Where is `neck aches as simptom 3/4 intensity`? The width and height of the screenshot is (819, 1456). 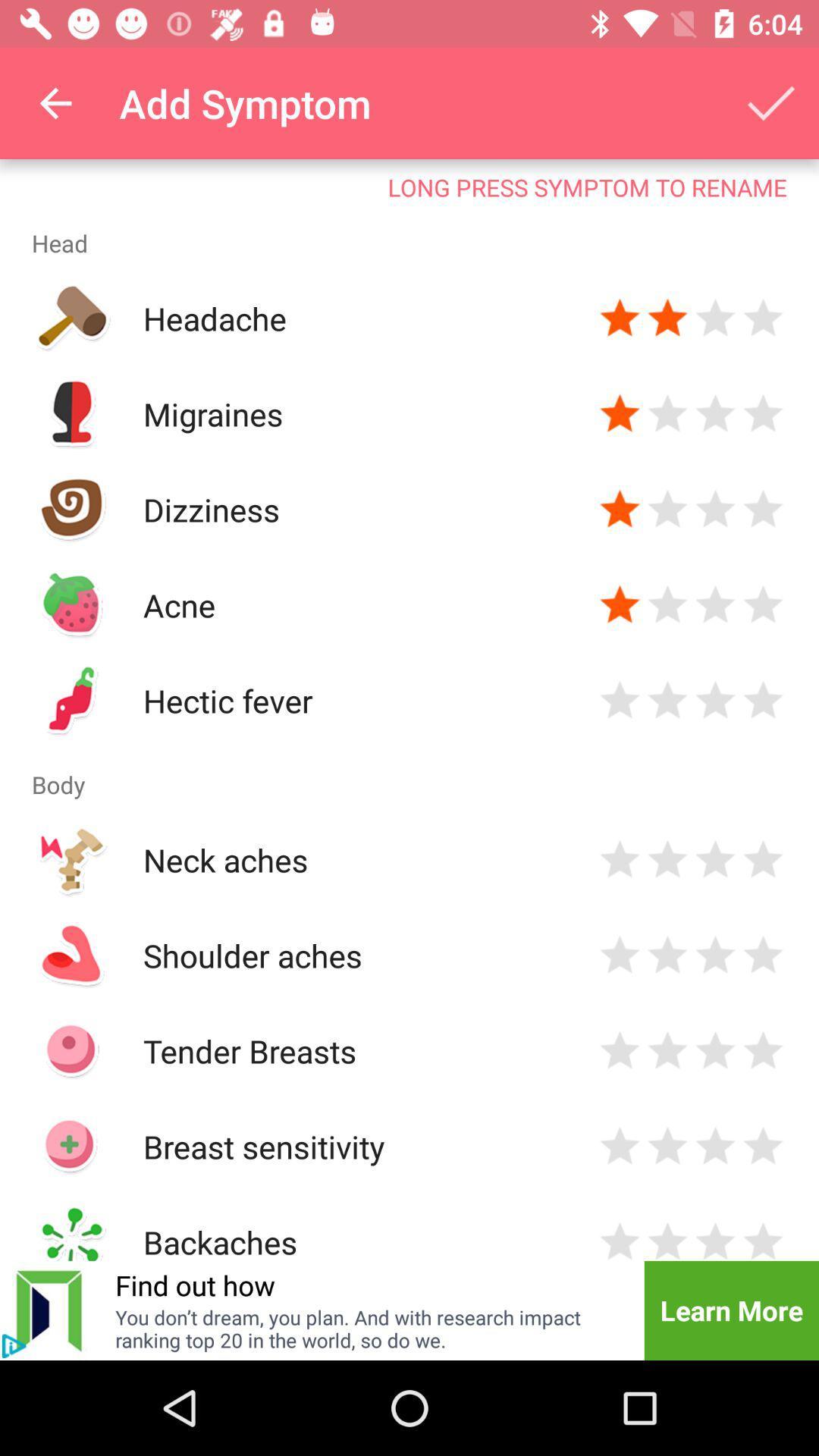 neck aches as simptom 3/4 intensity is located at coordinates (715, 859).